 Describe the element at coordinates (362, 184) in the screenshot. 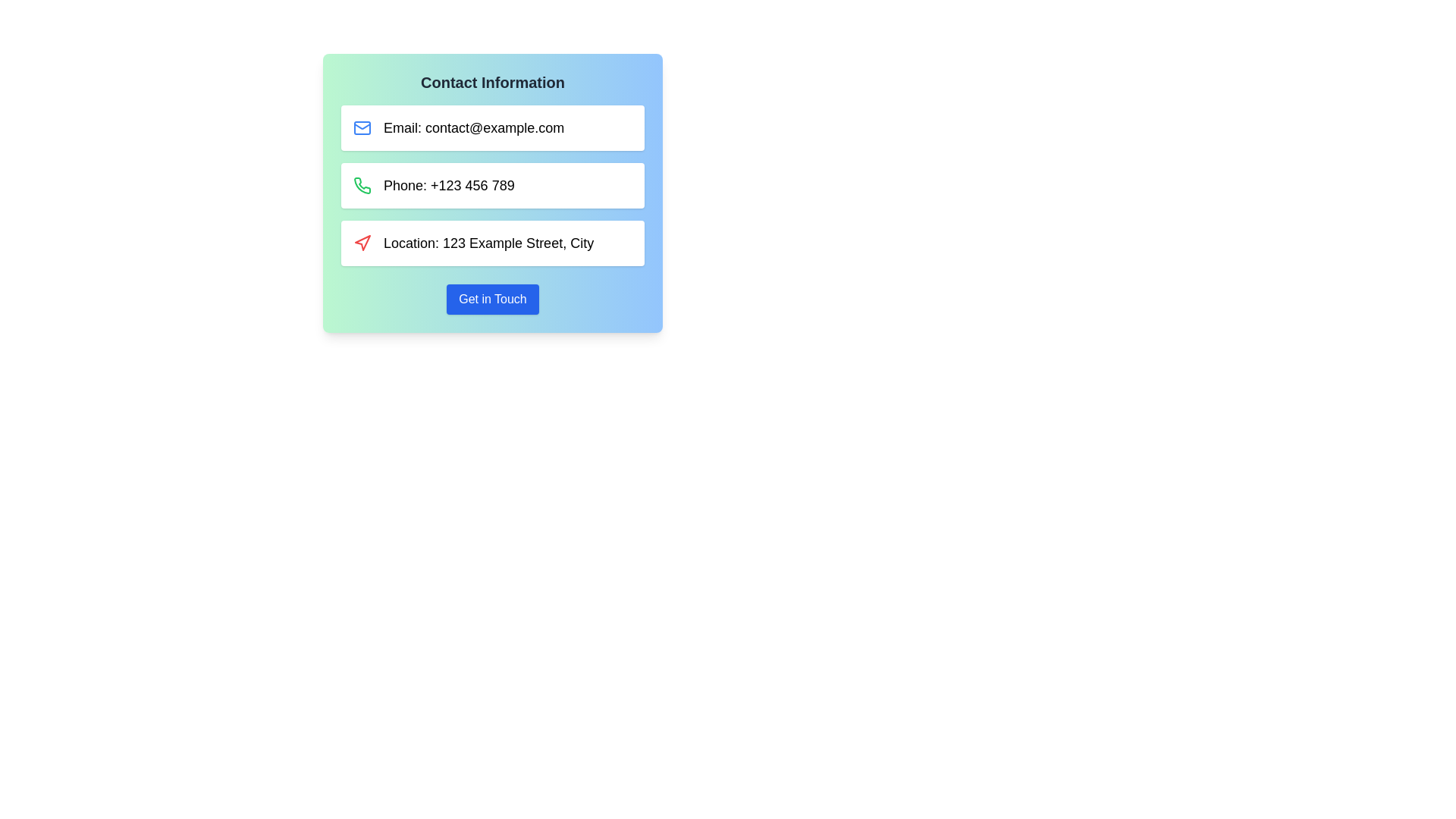

I see `decorative icon representing the phone contact information, located left of the text 'Phone: +123 456 789', for debugging purposes` at that location.